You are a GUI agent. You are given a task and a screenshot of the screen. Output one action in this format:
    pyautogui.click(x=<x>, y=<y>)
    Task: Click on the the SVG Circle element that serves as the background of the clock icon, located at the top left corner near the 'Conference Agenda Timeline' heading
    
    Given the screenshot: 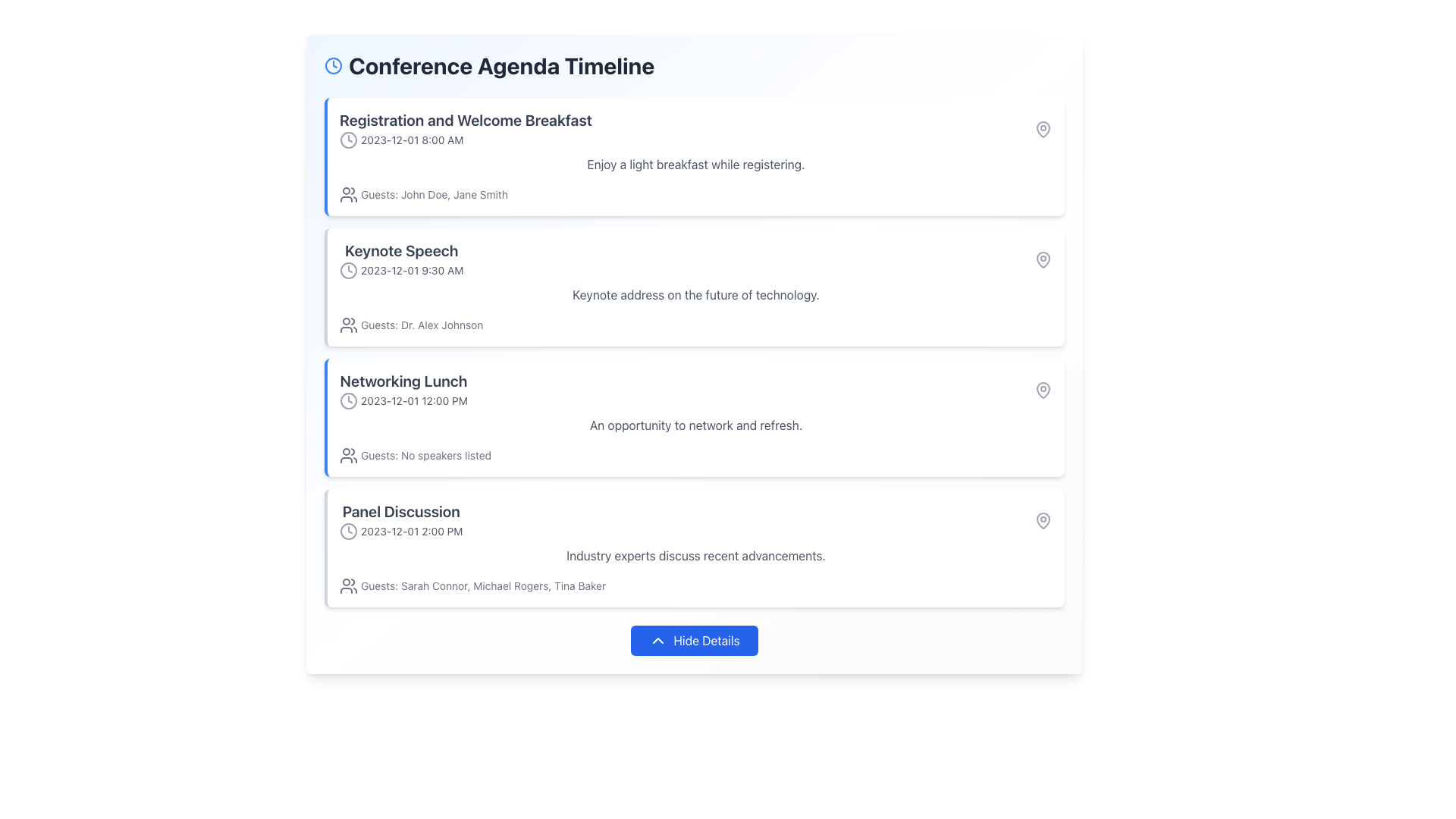 What is the action you would take?
    pyautogui.click(x=333, y=65)
    